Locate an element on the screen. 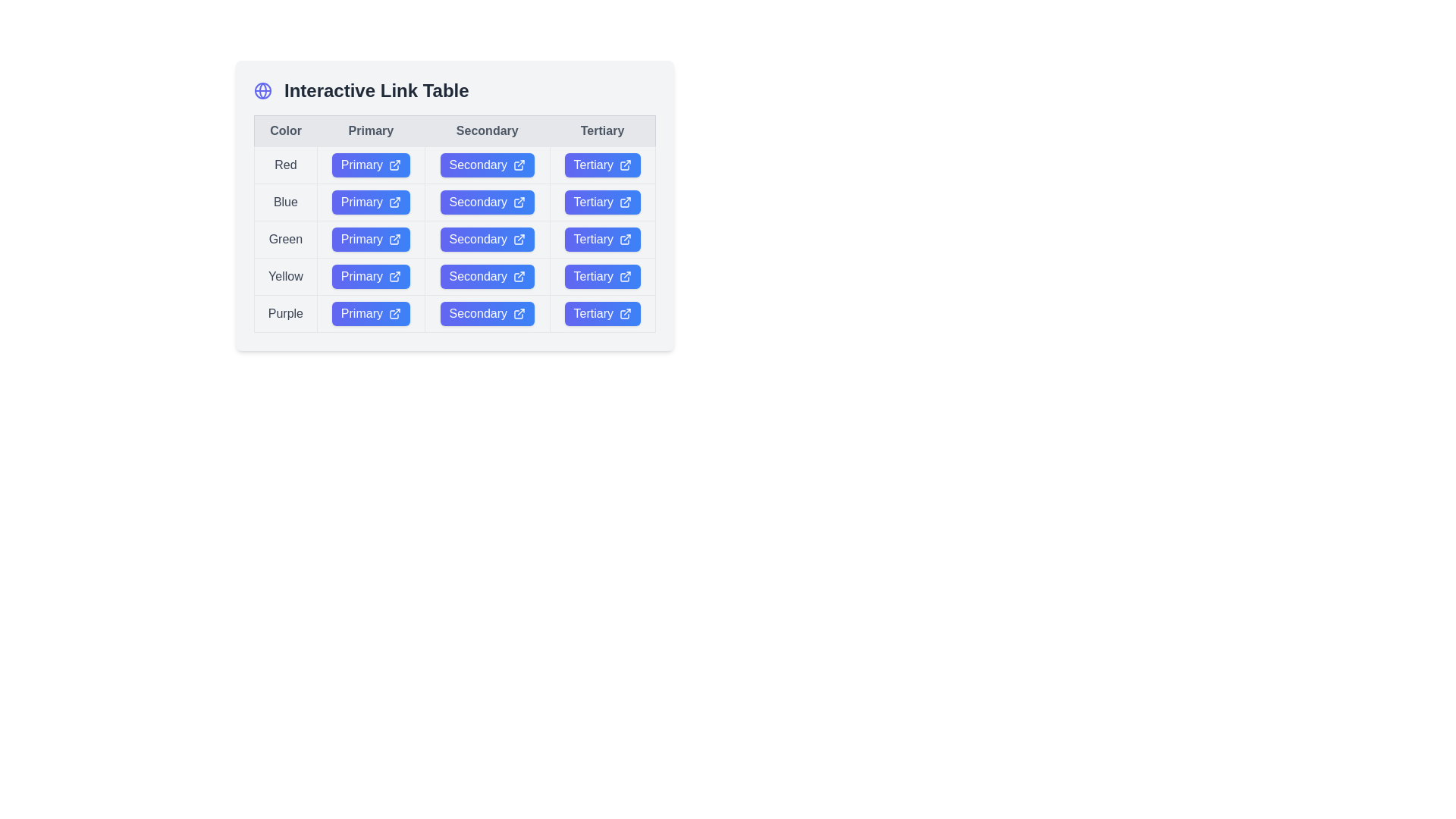  the 'Secondary' button located under the 'Secondary' column in the first row labeled 'Red' for keyboard interaction is located at coordinates (487, 165).